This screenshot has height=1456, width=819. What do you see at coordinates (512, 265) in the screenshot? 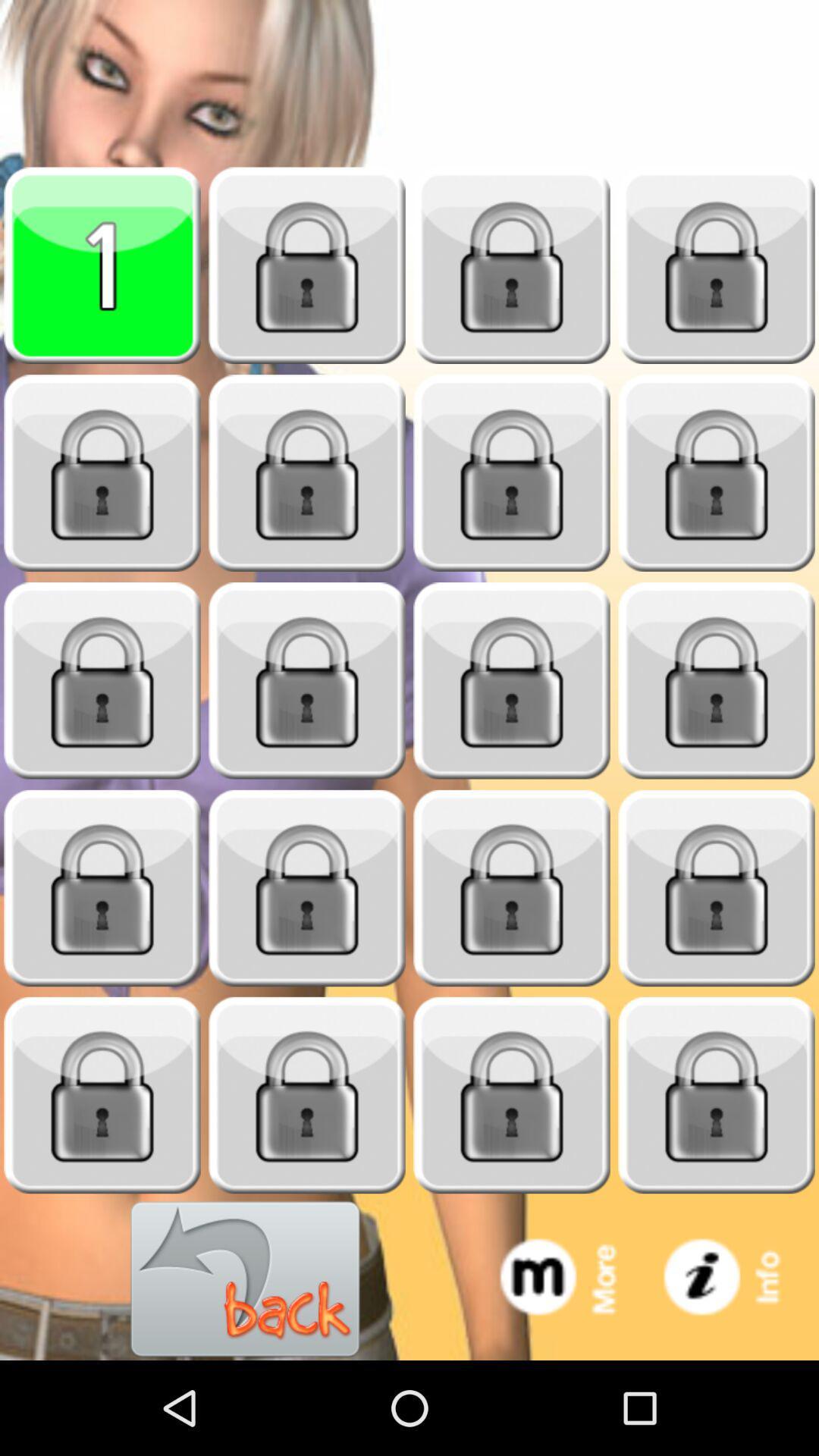
I see `this area is locked` at bounding box center [512, 265].